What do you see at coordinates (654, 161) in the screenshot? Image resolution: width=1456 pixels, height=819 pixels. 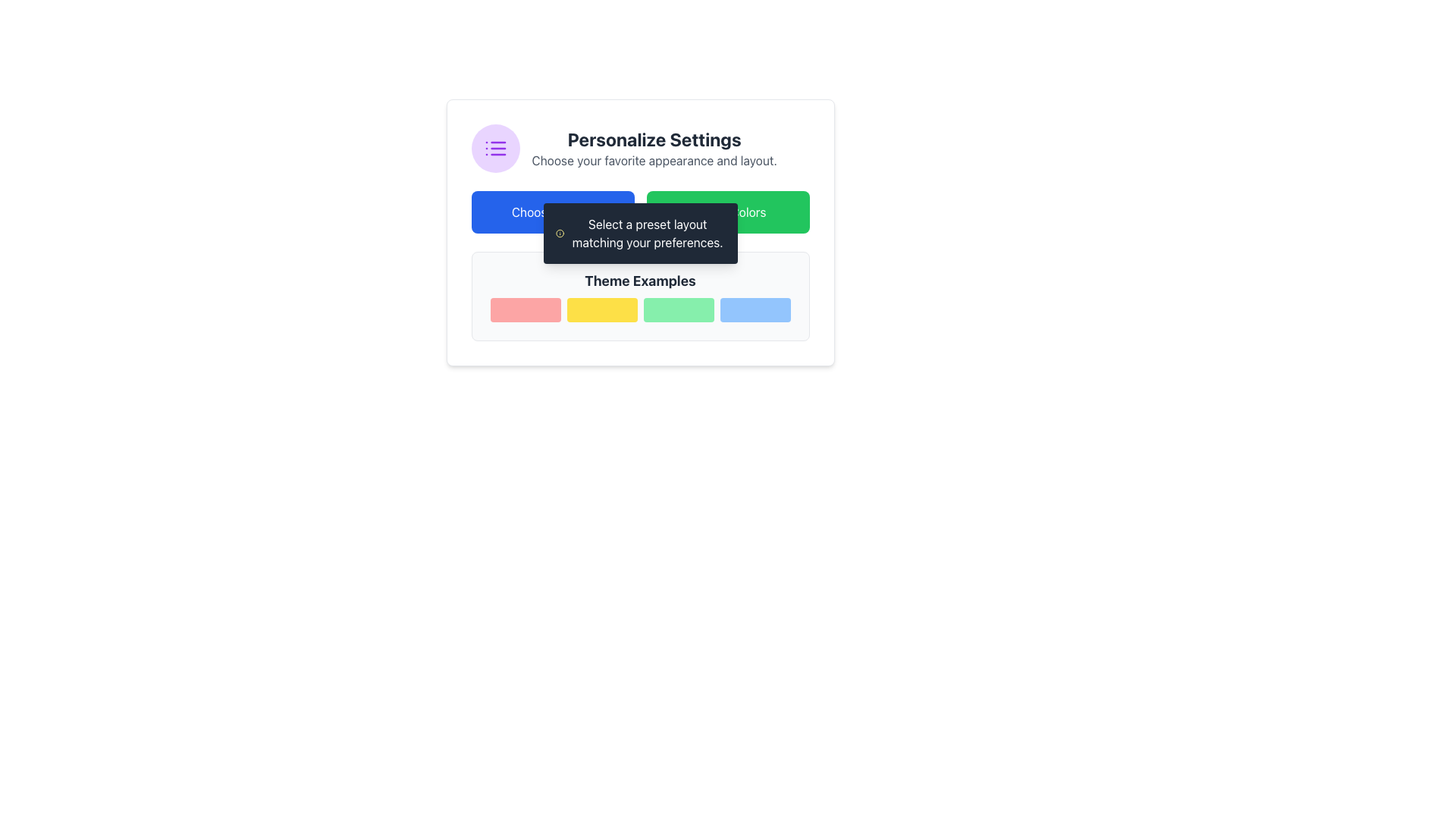 I see `the descriptive text element located directly below the 'Personalize Settings' heading, which provides additional context about the available settings` at bounding box center [654, 161].